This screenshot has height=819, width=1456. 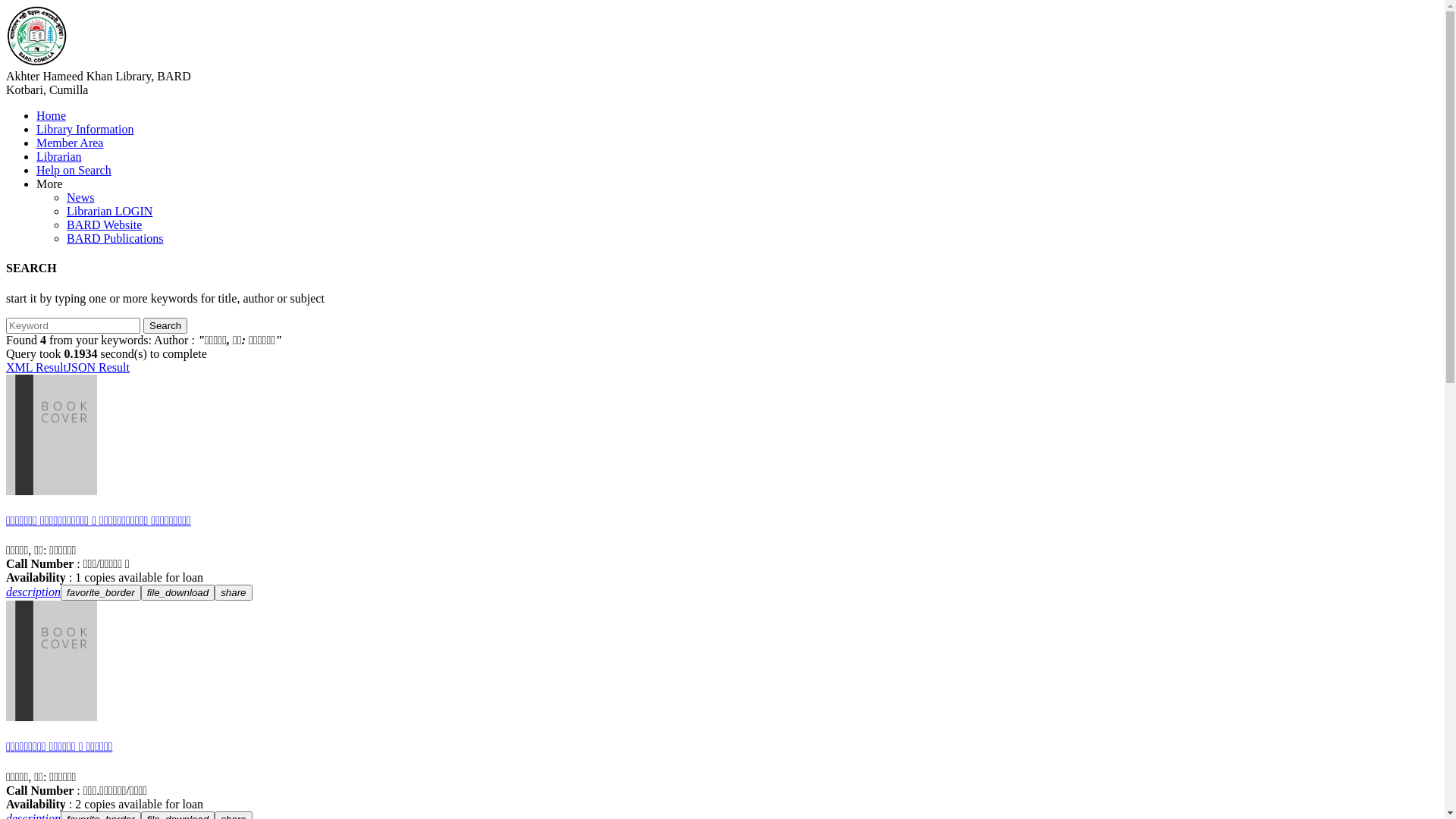 What do you see at coordinates (103, 224) in the screenshot?
I see `'BARD Website'` at bounding box center [103, 224].